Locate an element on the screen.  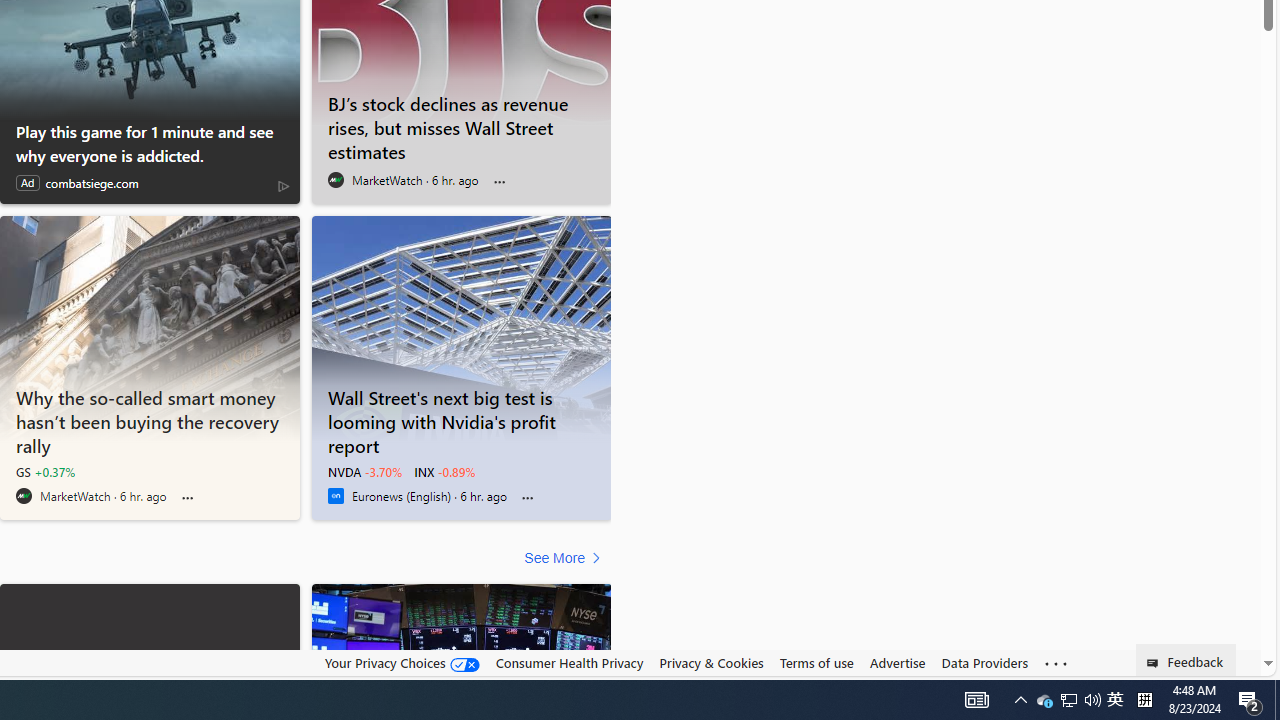
'Data Providers' is located at coordinates (984, 663).